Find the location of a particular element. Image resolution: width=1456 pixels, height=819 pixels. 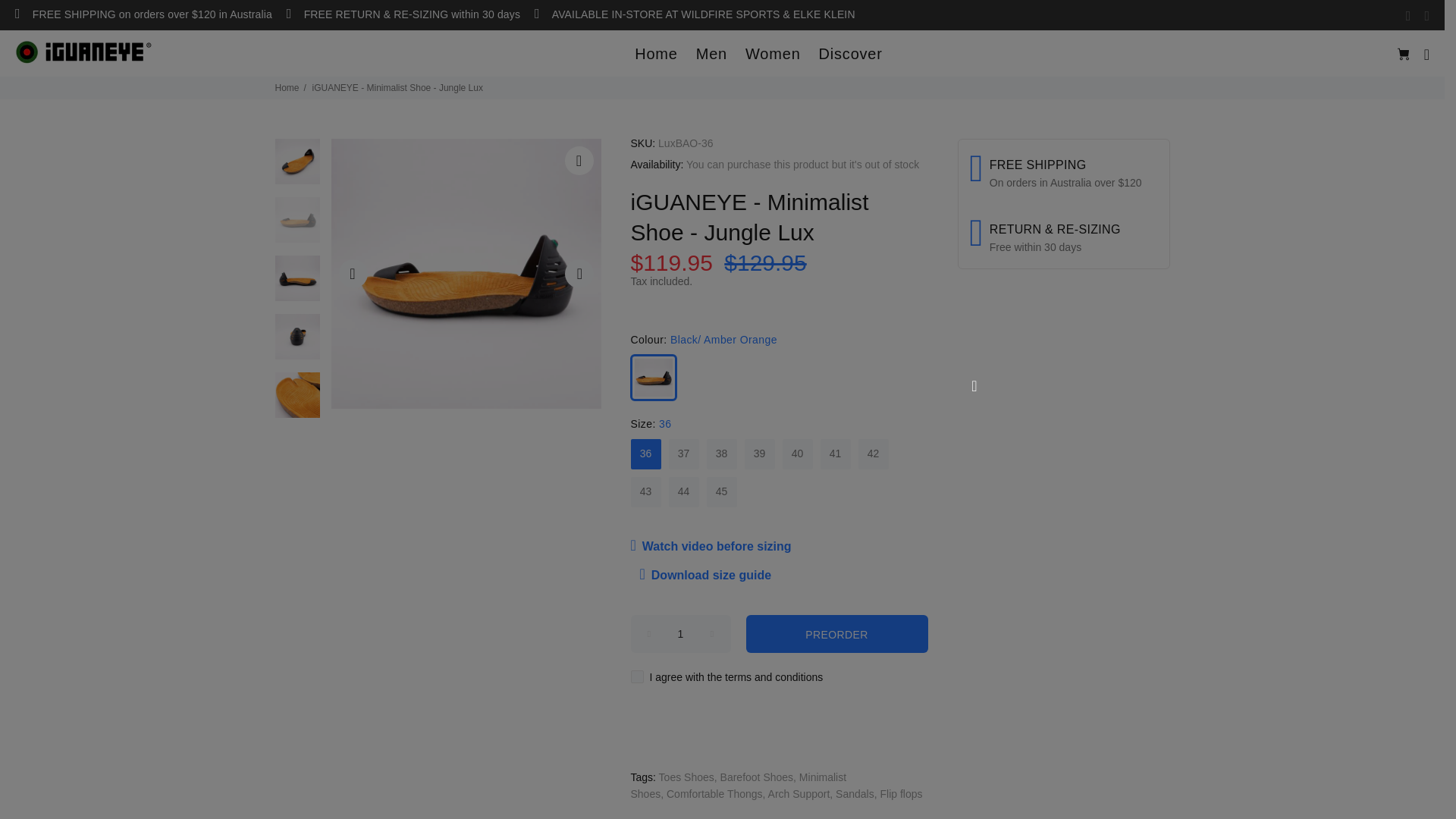

'Download size guide' is located at coordinates (705, 576).